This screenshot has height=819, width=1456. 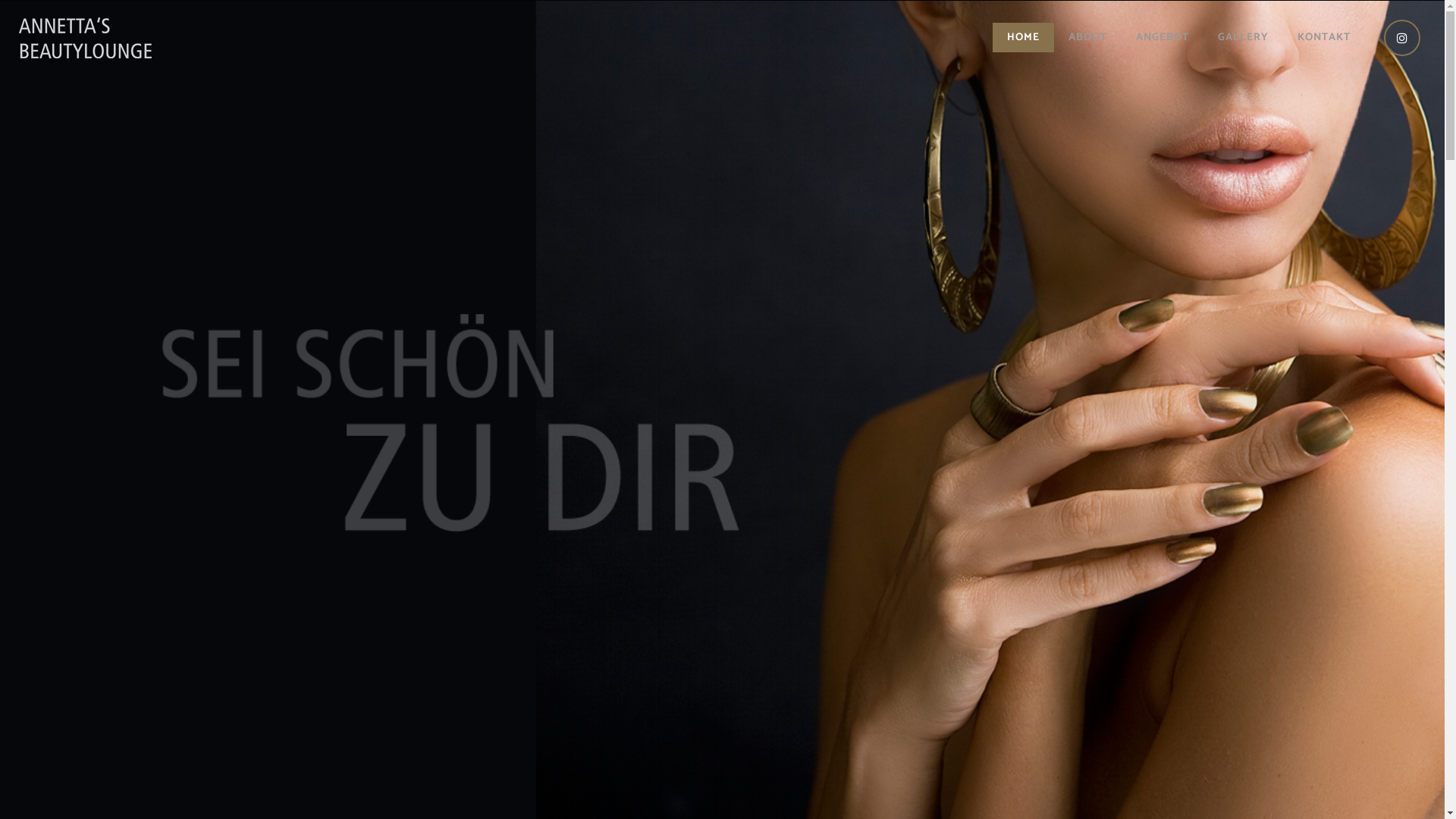 What do you see at coordinates (1161, 37) in the screenshot?
I see `'ANGEBOT'` at bounding box center [1161, 37].